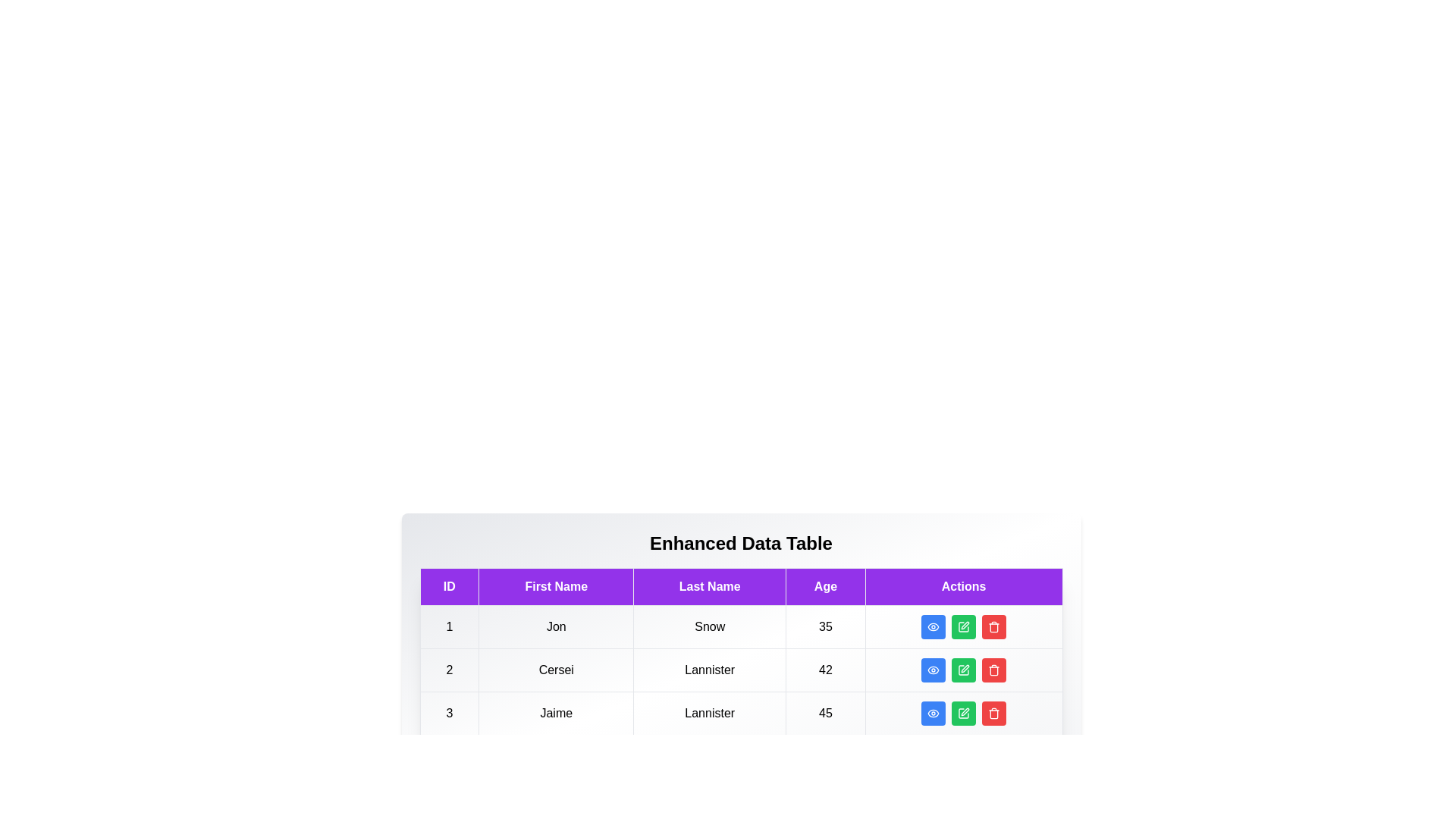  What do you see at coordinates (741, 714) in the screenshot?
I see `the row corresponding to 3 to highlight it` at bounding box center [741, 714].